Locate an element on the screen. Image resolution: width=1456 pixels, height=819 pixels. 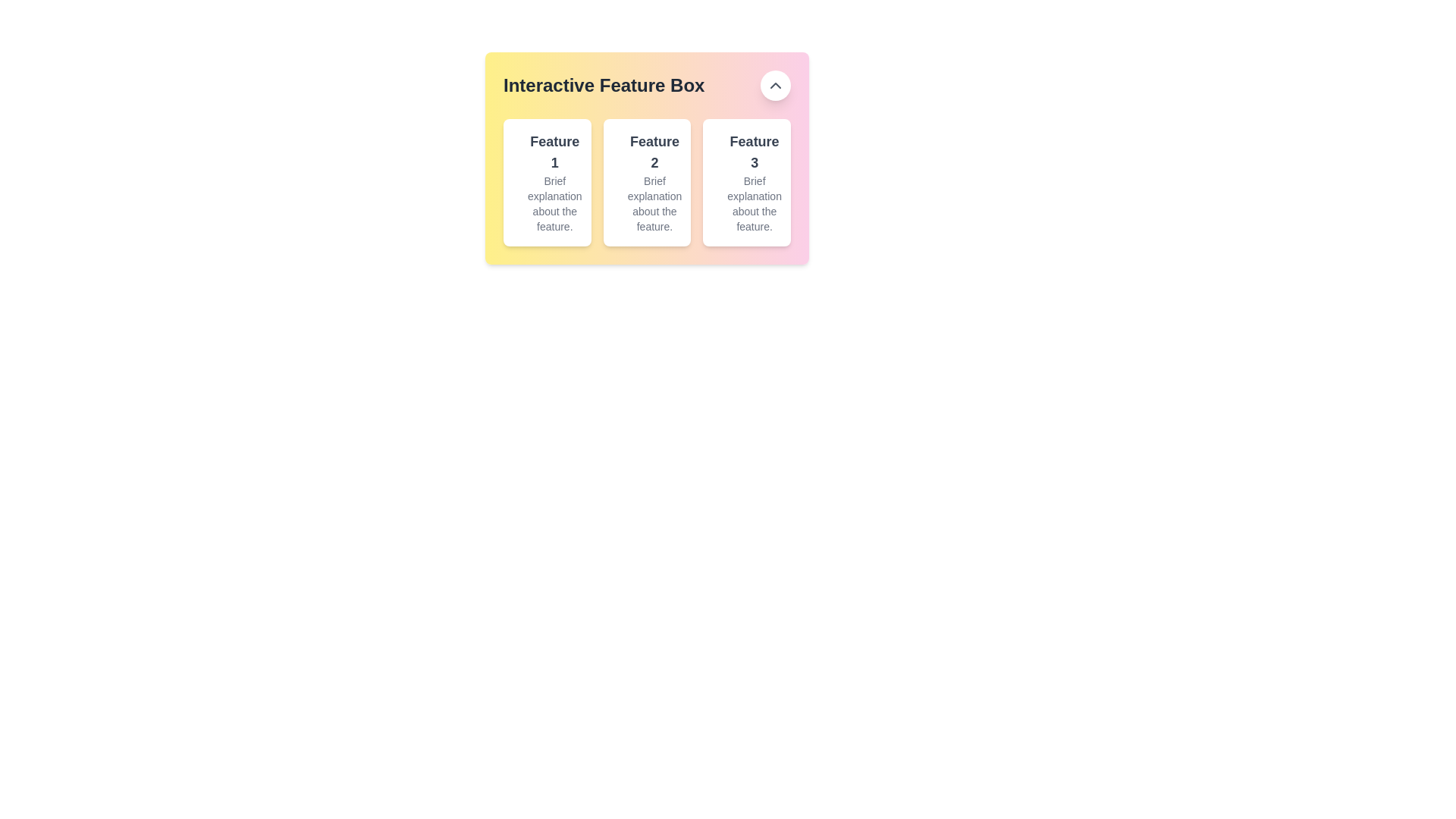
the small circle vector graphic element contained within the 'Feature 1' card in the 'Interactive Feature Box' layout is located at coordinates (524, 175).